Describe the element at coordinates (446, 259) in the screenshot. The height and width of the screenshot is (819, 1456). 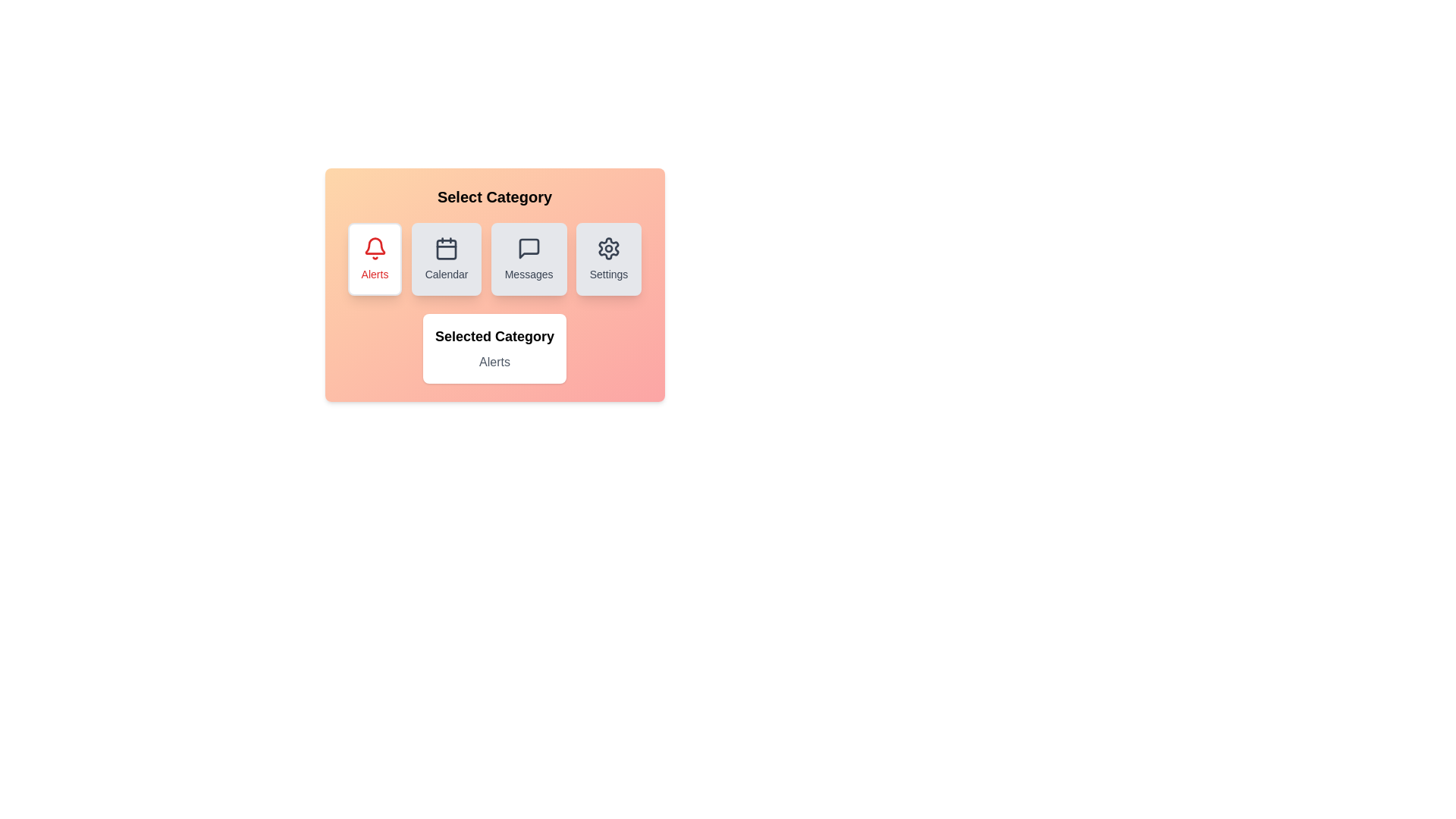
I see `the 'Calendar' button to select the 'Calendar' category` at that location.